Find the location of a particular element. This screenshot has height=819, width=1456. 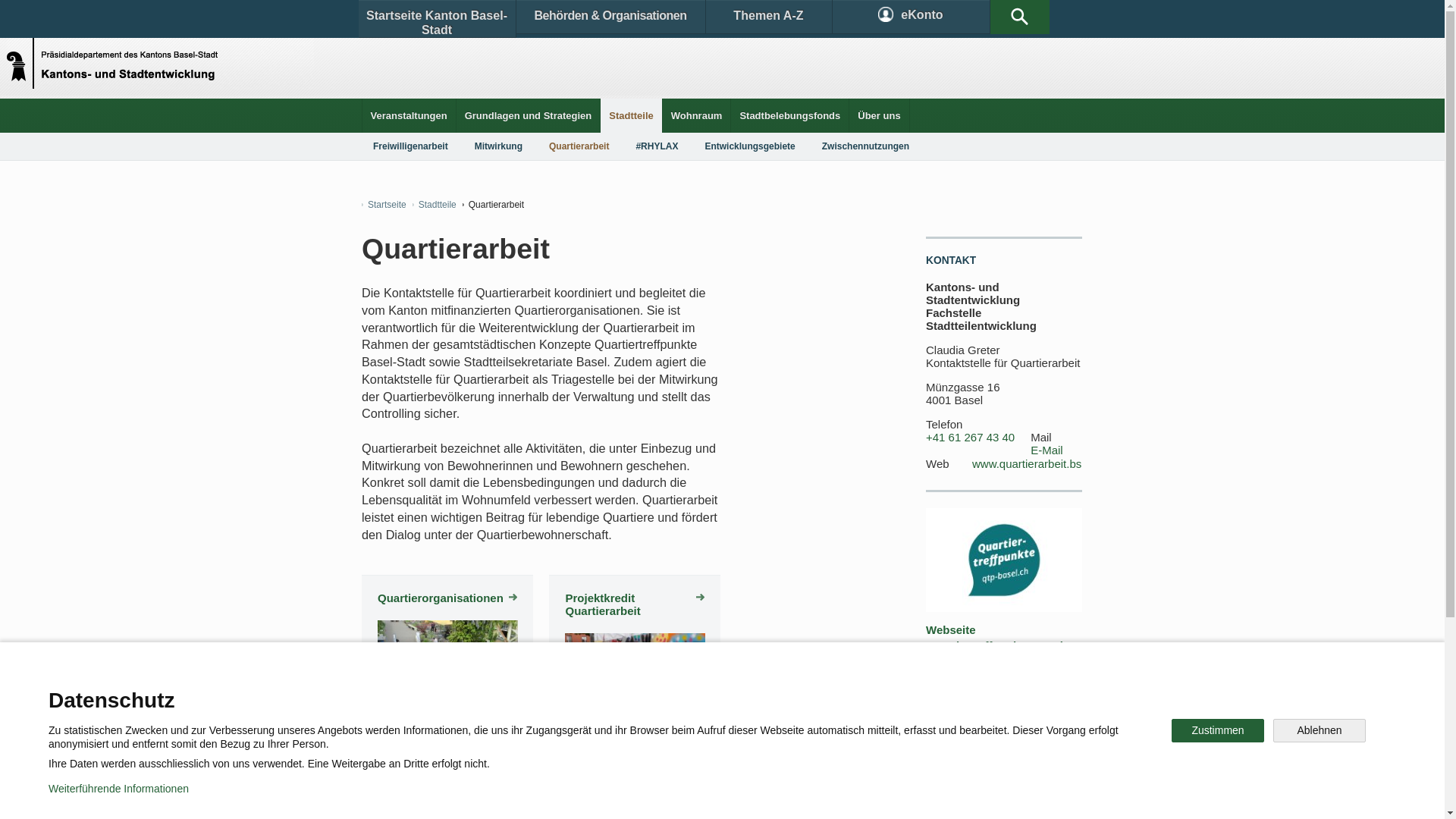

'Veranstaltungen' is located at coordinates (409, 115).